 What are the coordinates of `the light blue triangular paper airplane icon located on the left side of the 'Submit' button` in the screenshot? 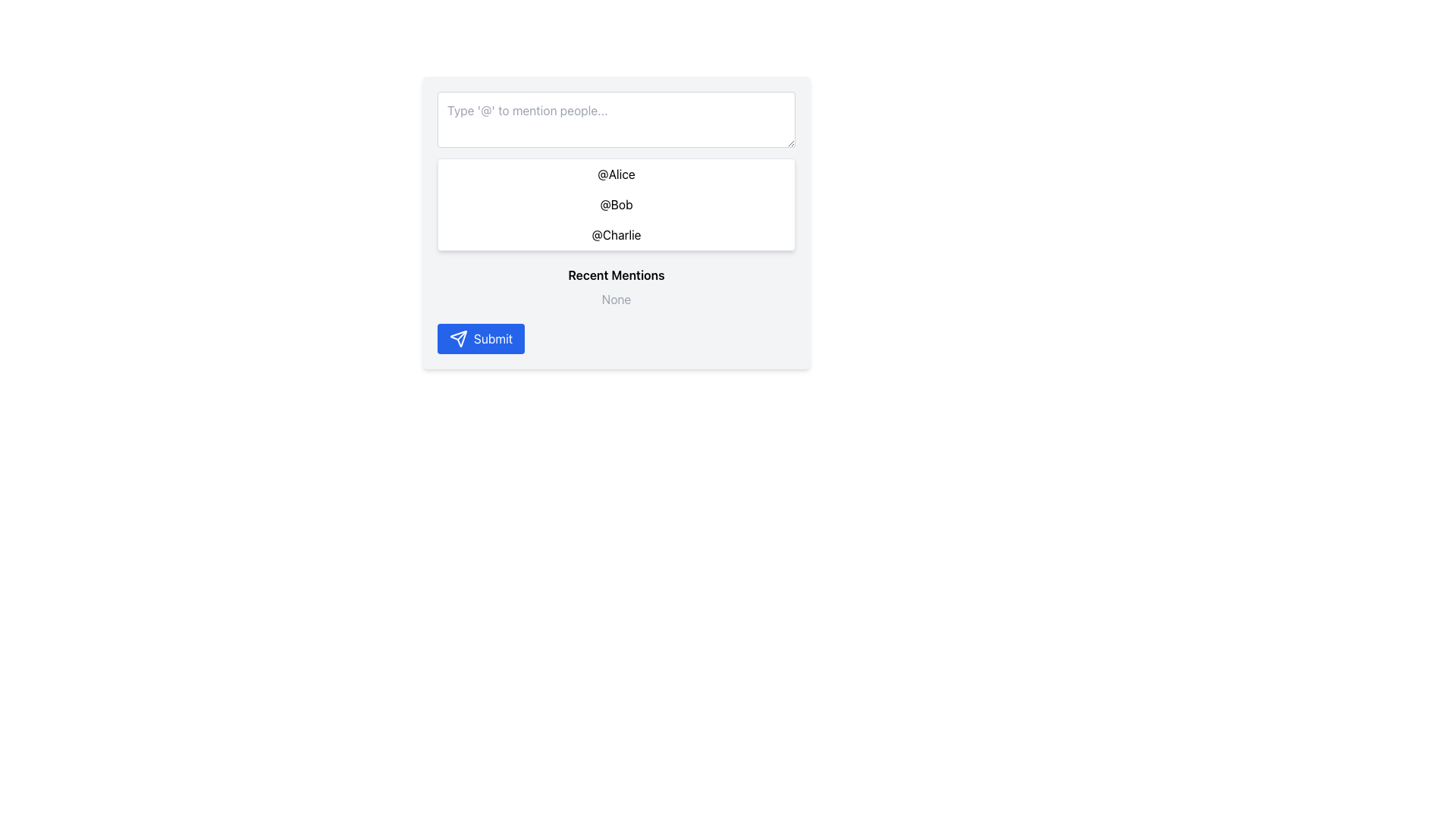 It's located at (457, 338).